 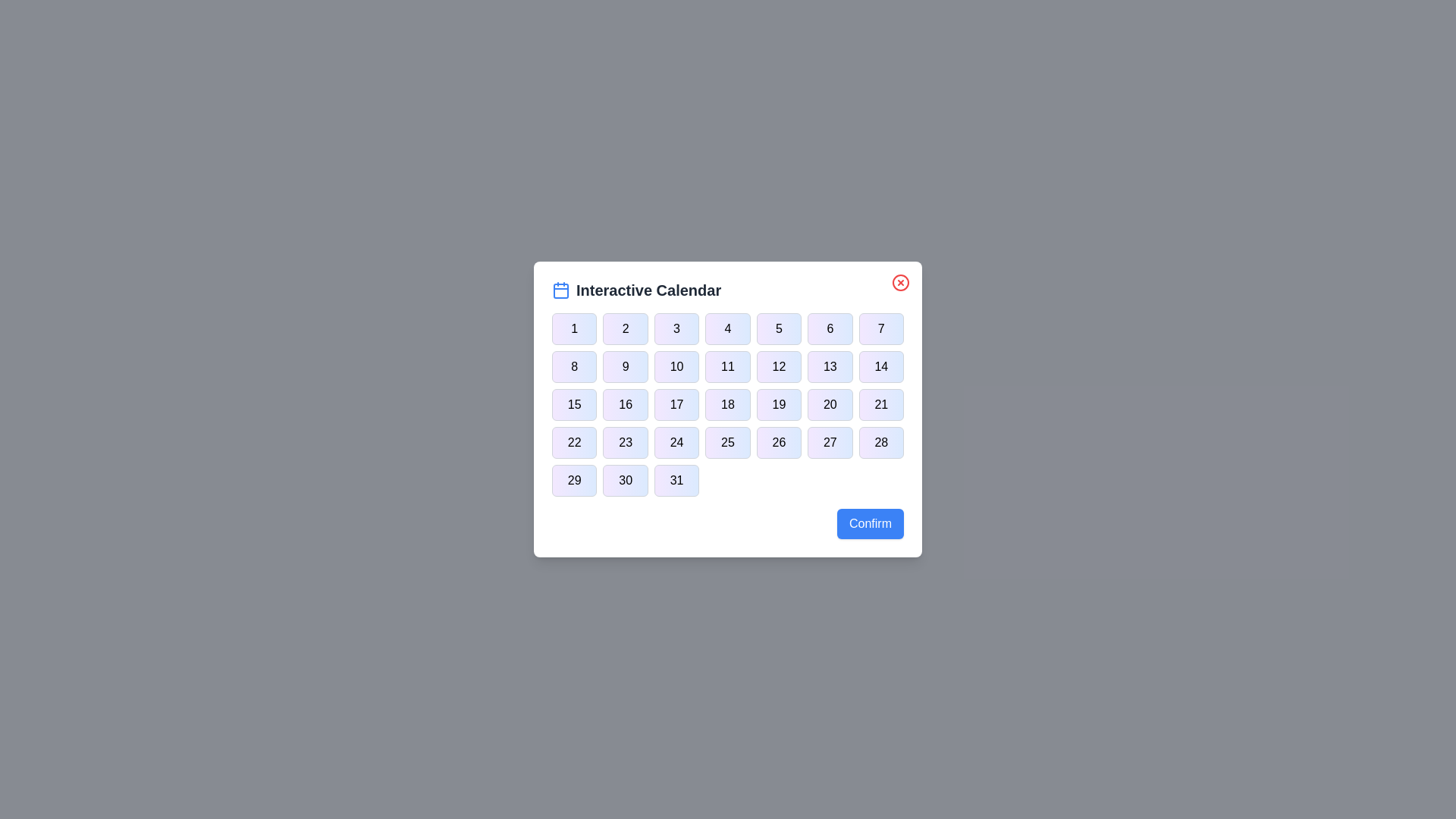 What do you see at coordinates (626, 442) in the screenshot?
I see `the button corresponding to day 23 in the calendar` at bounding box center [626, 442].